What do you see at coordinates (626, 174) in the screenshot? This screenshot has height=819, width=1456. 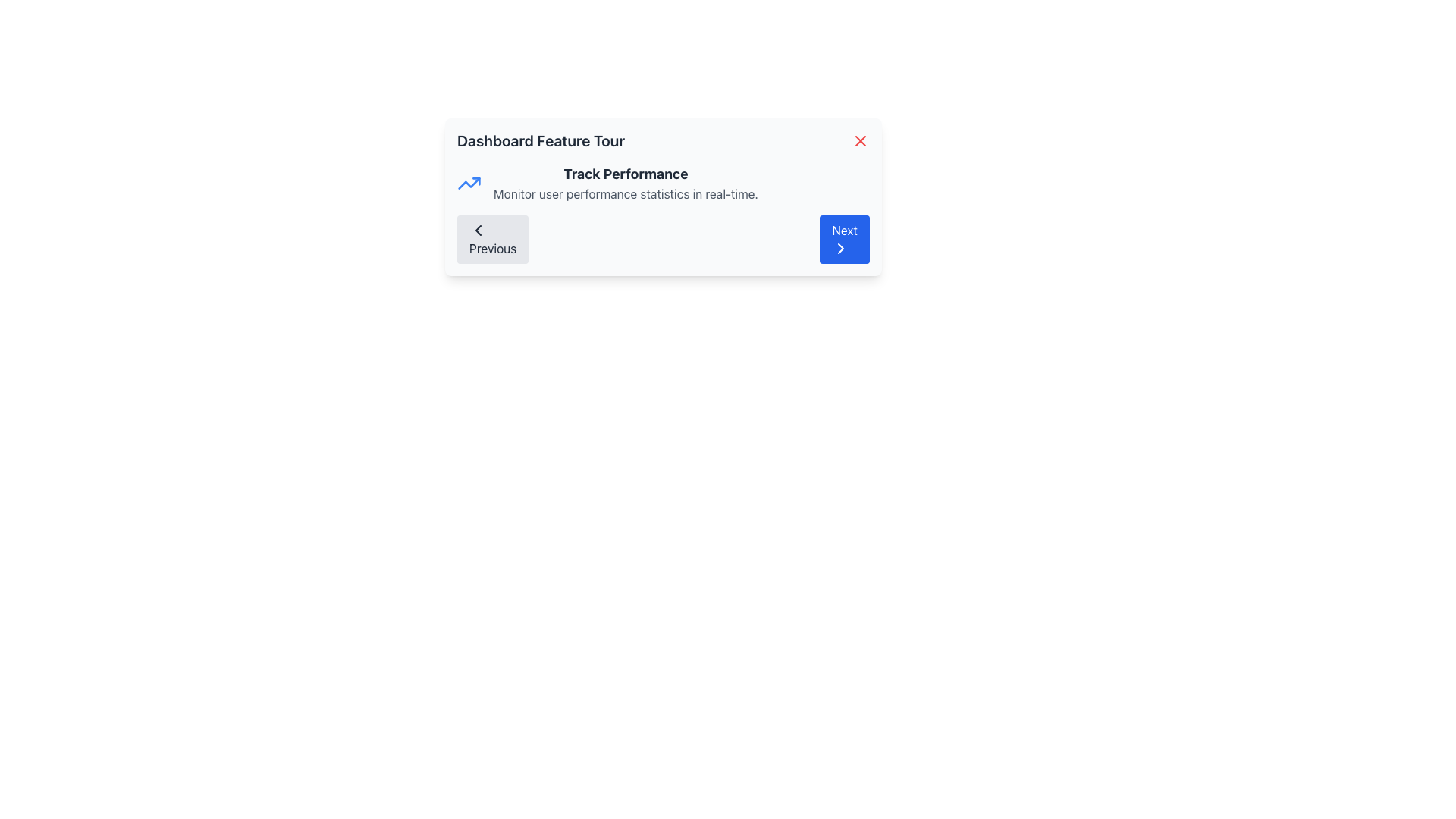 I see `the text label that serves as the header or title within the card-like section, positioned above the text 'Monitor user performance statistics in real-time.'` at bounding box center [626, 174].